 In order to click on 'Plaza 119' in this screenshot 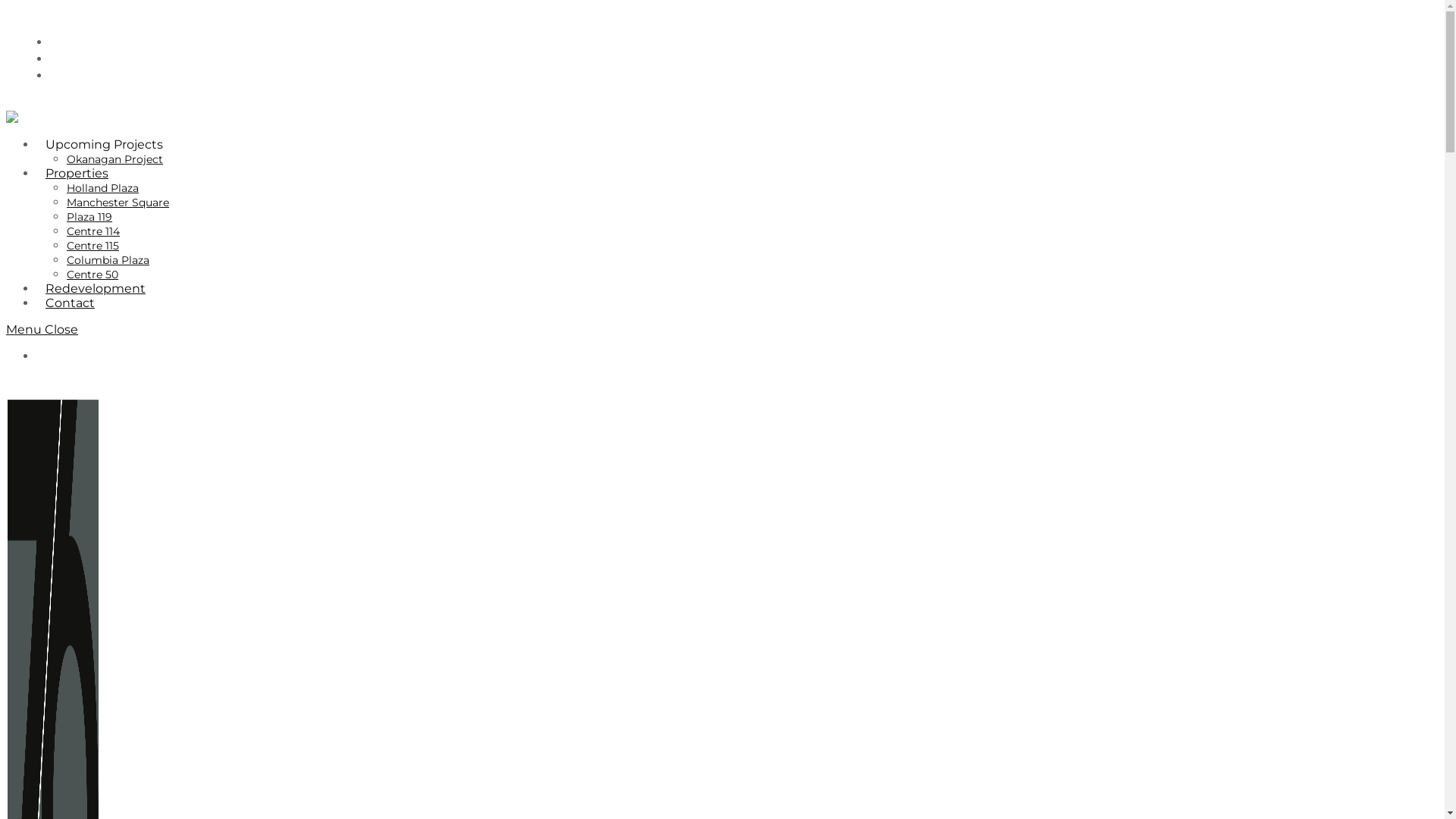, I will do `click(89, 216)`.